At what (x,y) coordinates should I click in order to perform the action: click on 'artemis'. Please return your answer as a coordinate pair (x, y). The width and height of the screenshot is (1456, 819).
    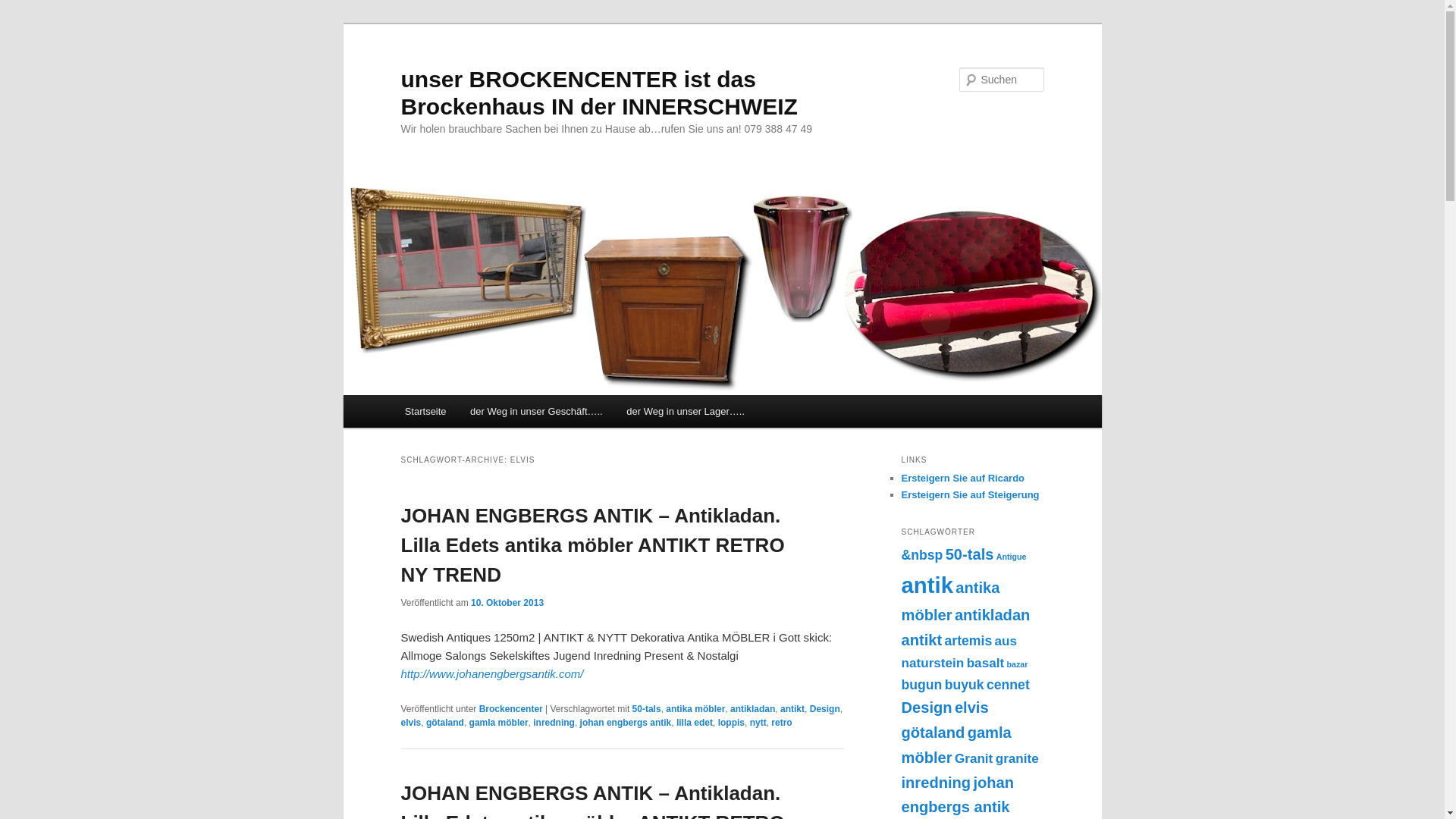
    Looking at the image, I should click on (967, 640).